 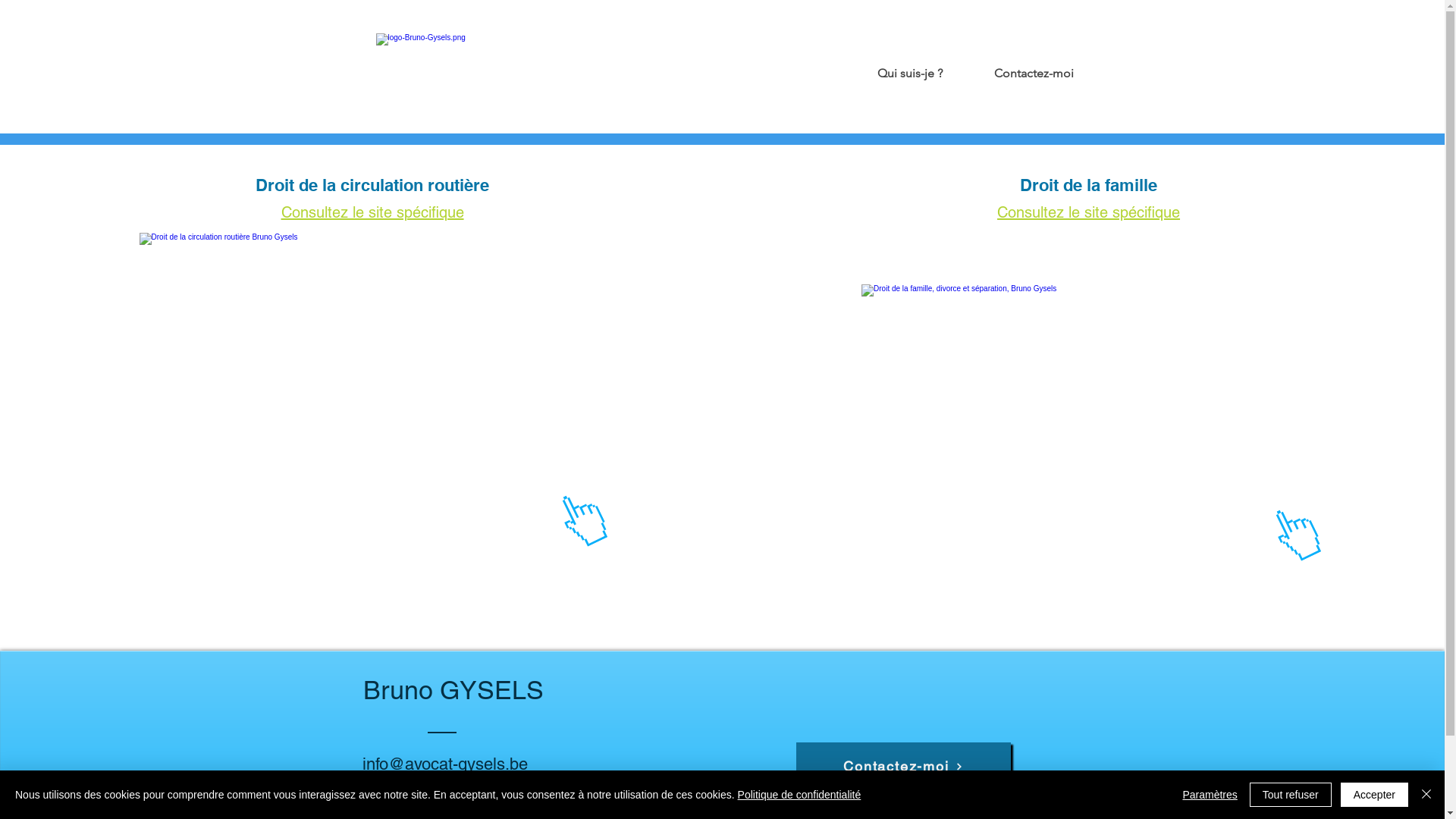 What do you see at coordinates (891, 66) in the screenshot?
I see `'Qui suis-je ?'` at bounding box center [891, 66].